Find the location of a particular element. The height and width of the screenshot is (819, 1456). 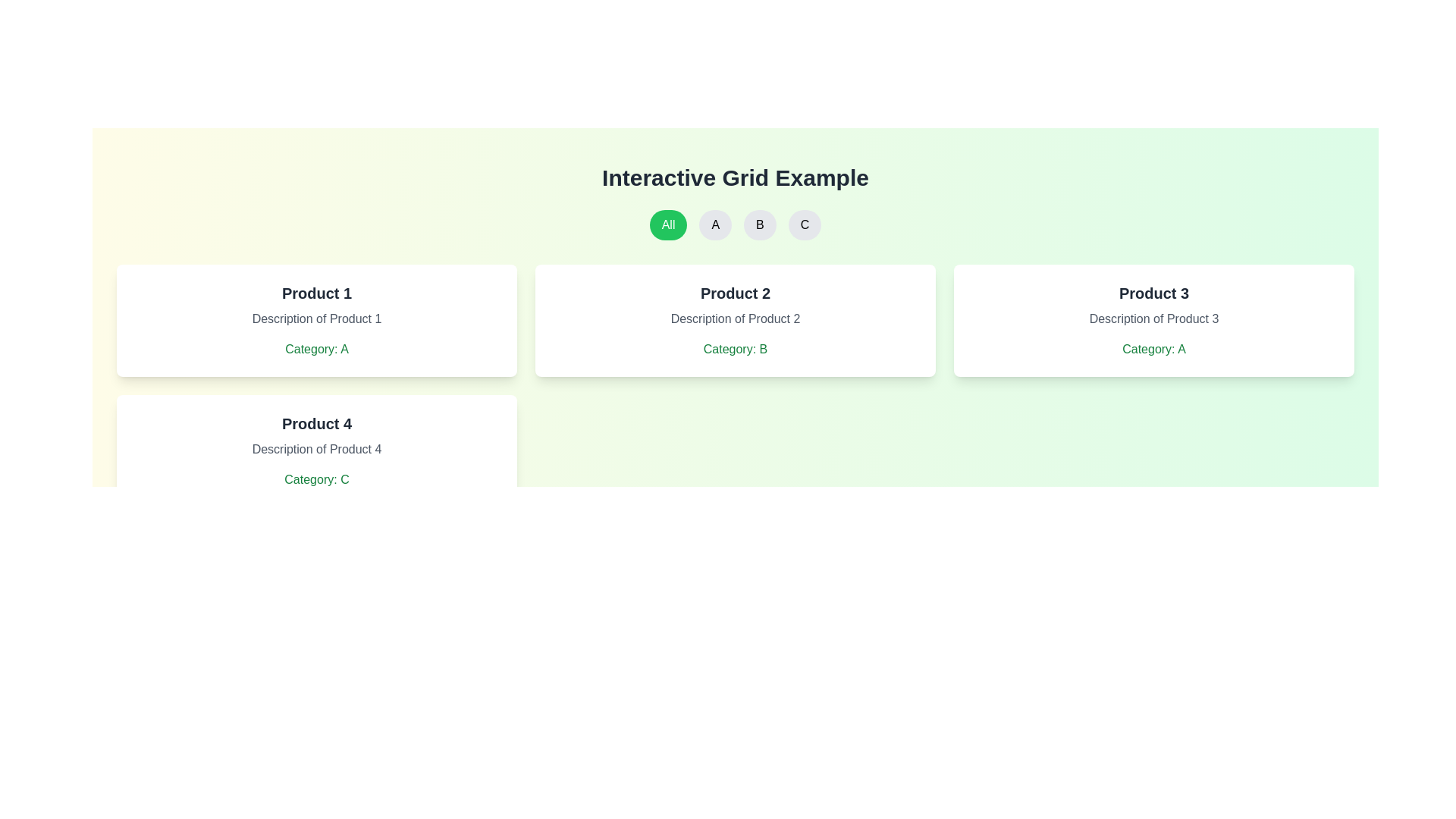

the circular button labeled 'C' with a soft gray background is located at coordinates (804, 225).